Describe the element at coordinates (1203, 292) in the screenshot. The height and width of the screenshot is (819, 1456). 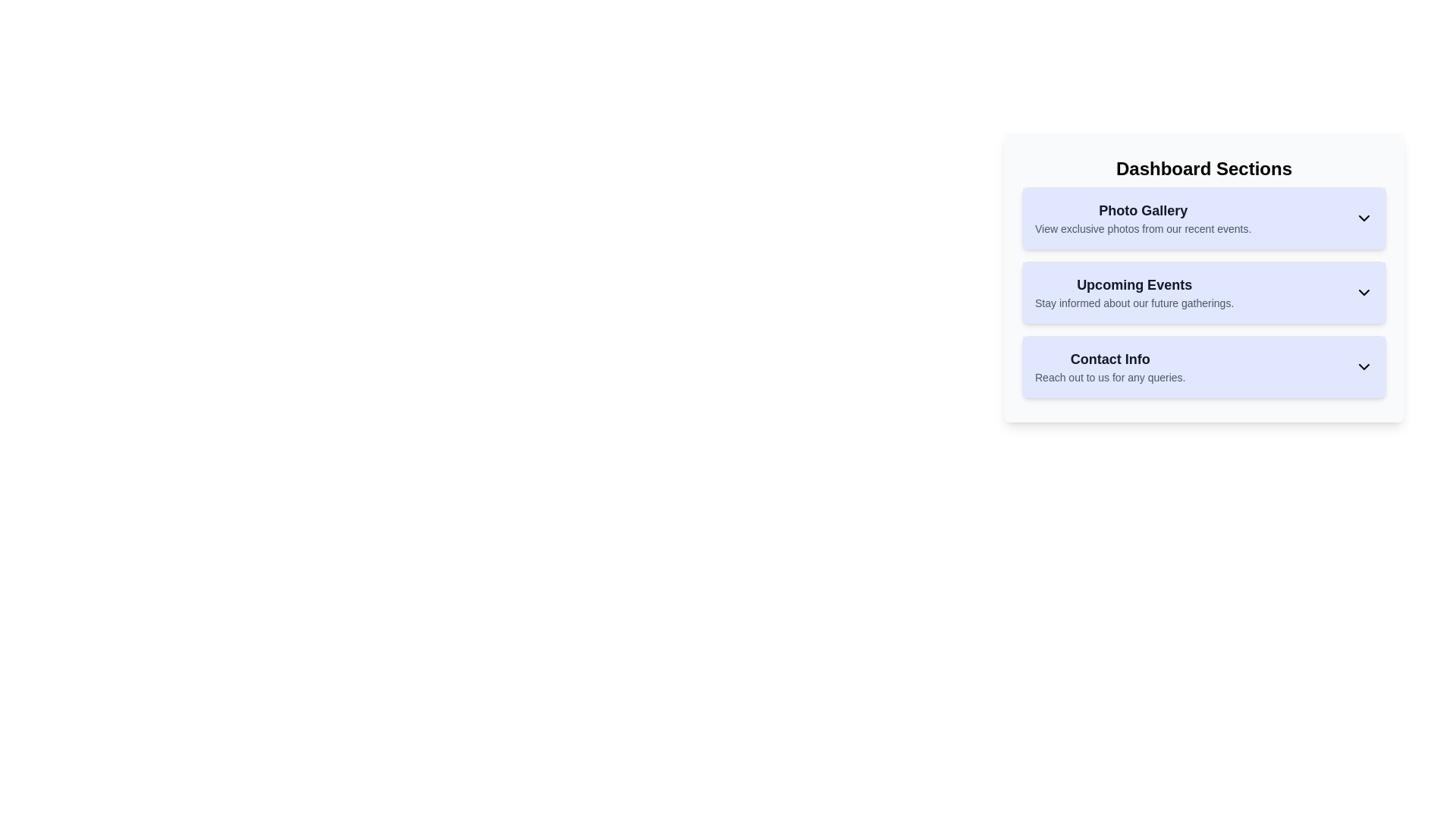
I see `the 'Upcoming Events' button which has a light indigo background, bold text for 'Upcoming Events', and a downward facing chevron icon, to interact with it` at that location.